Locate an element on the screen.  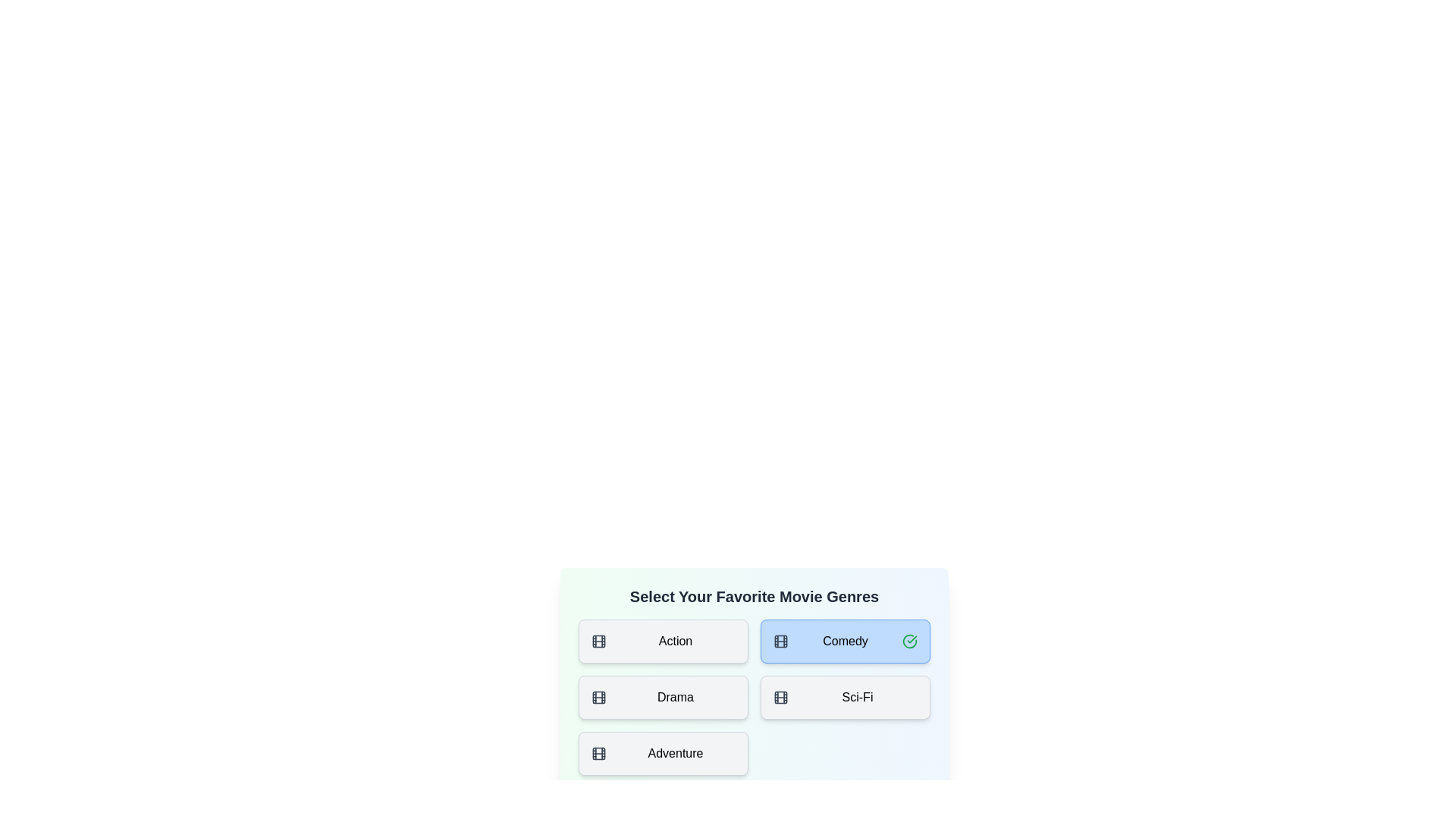
the tile corresponding to the genre Comedy to toggle its selection state is located at coordinates (844, 641).